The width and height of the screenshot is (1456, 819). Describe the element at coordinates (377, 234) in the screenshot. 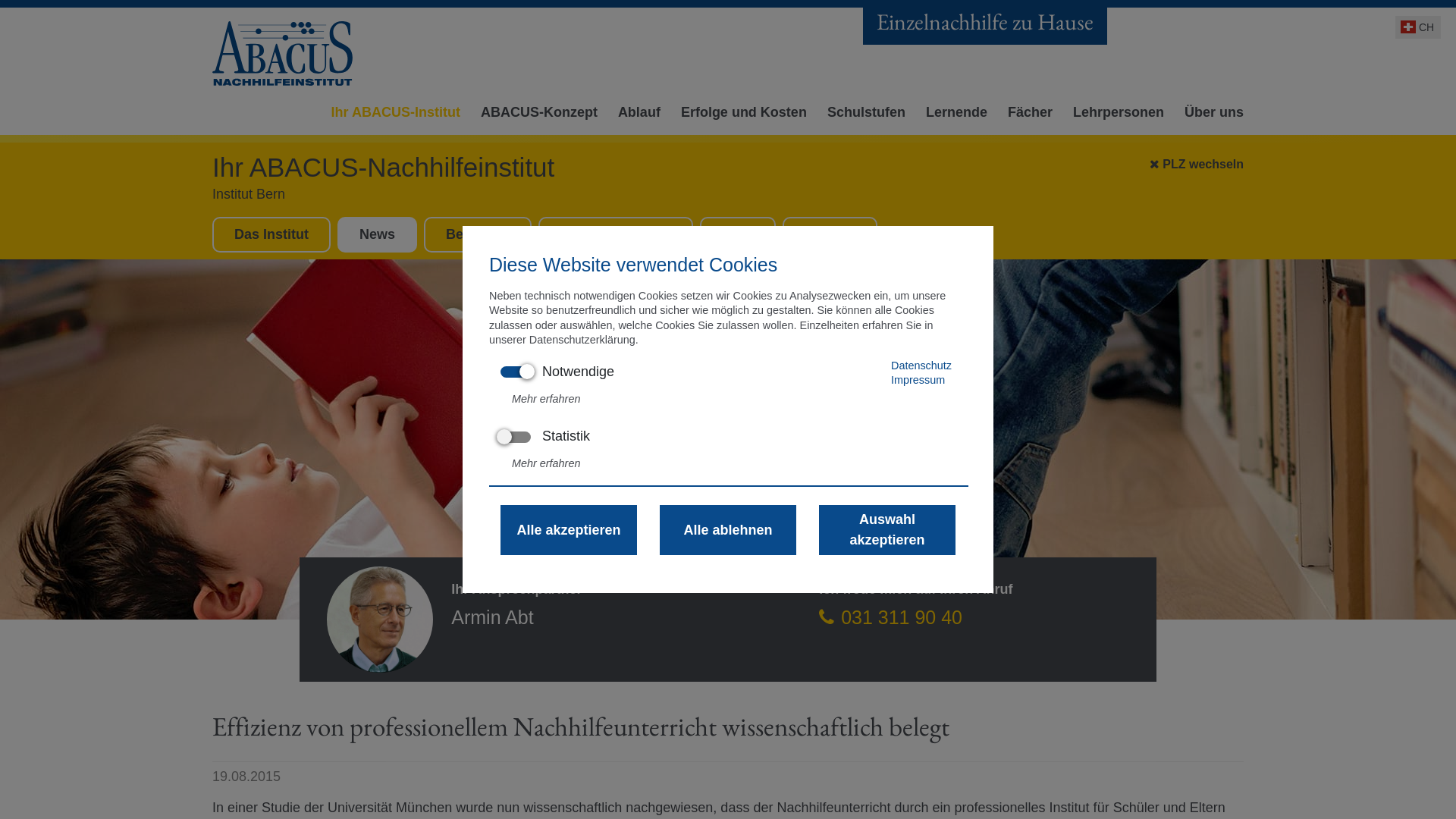

I see `'News'` at that location.